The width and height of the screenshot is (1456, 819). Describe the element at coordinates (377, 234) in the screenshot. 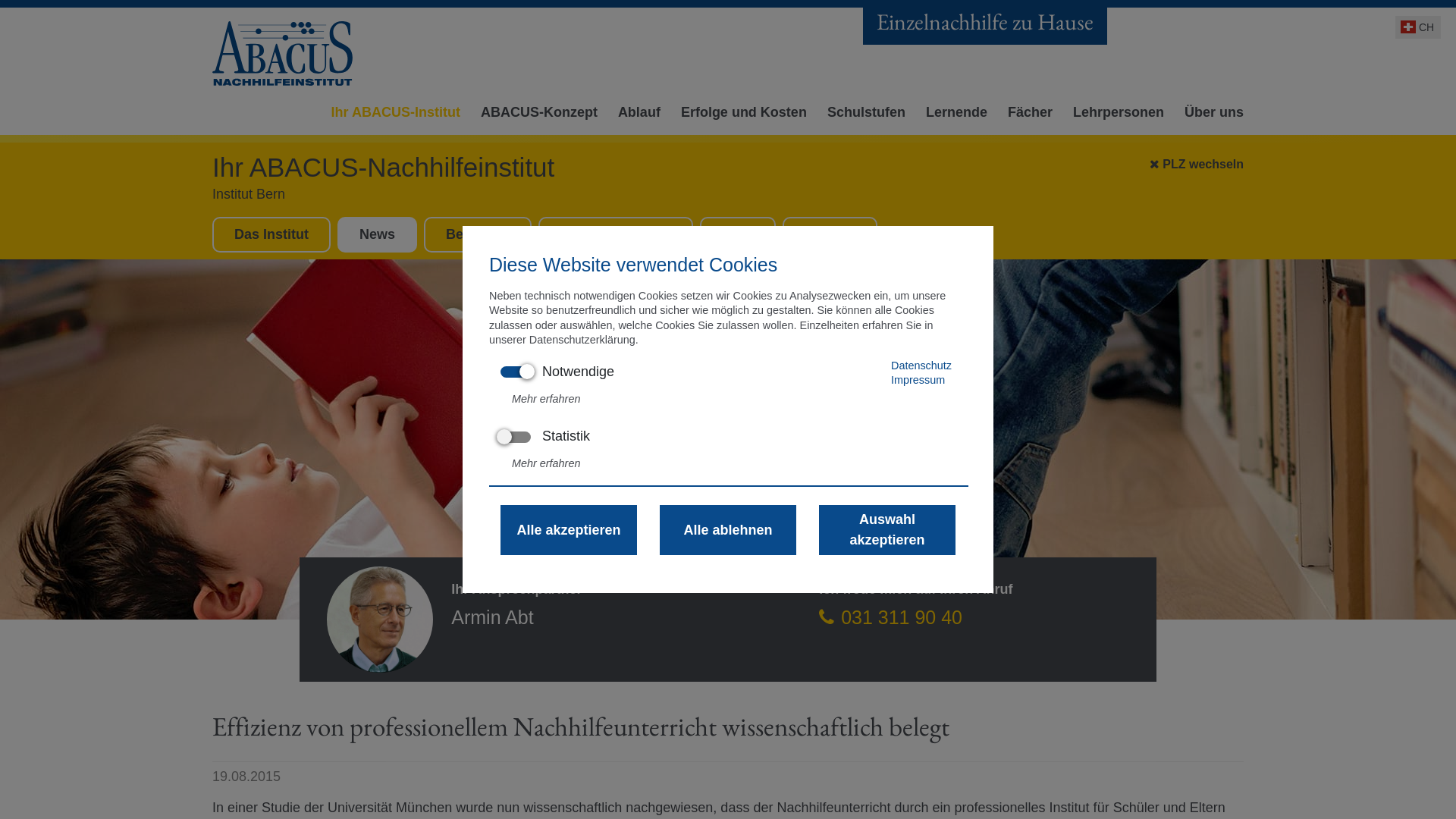

I see `'News'` at that location.